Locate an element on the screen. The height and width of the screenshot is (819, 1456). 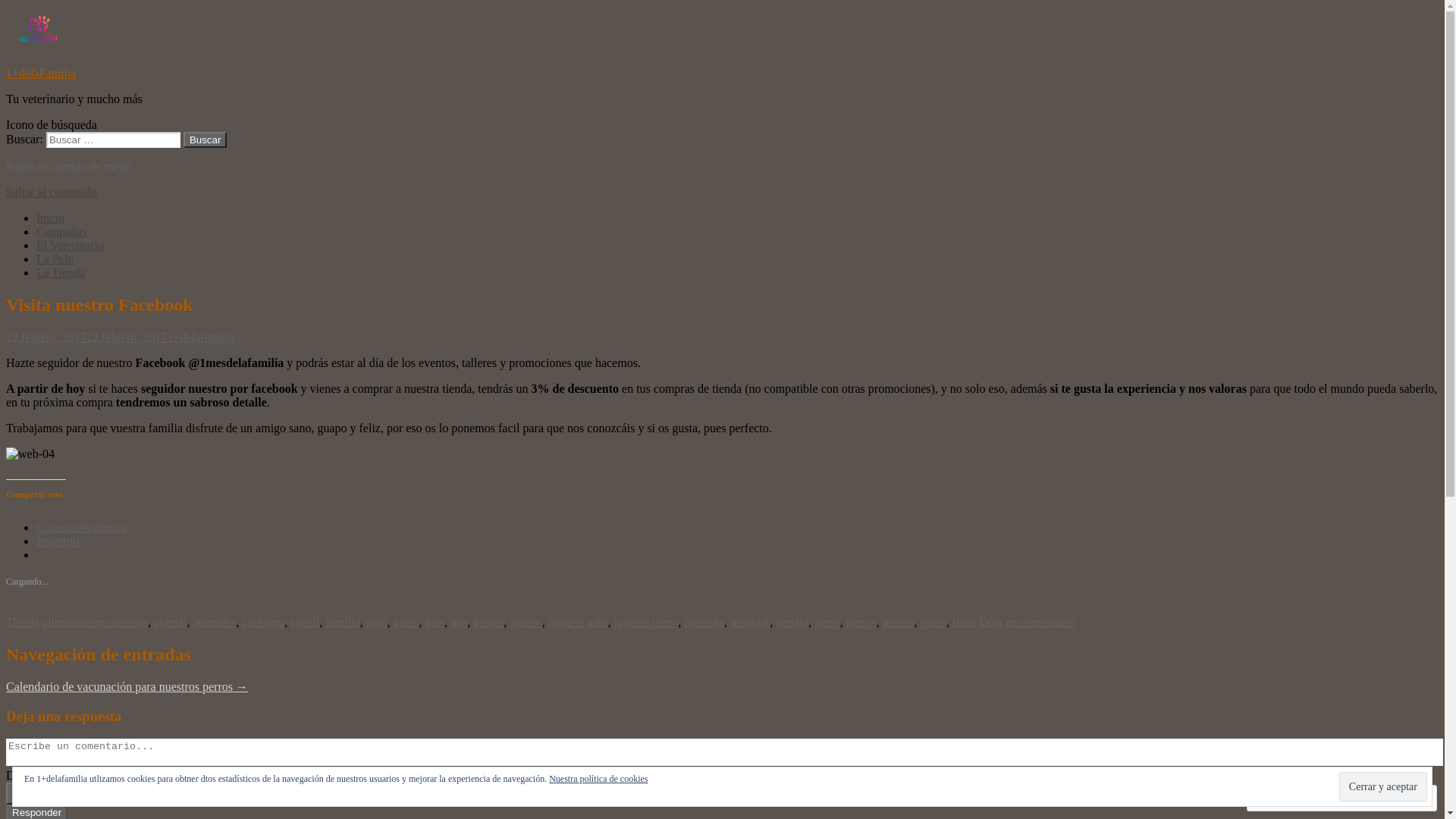
'Inicio' is located at coordinates (50, 218).